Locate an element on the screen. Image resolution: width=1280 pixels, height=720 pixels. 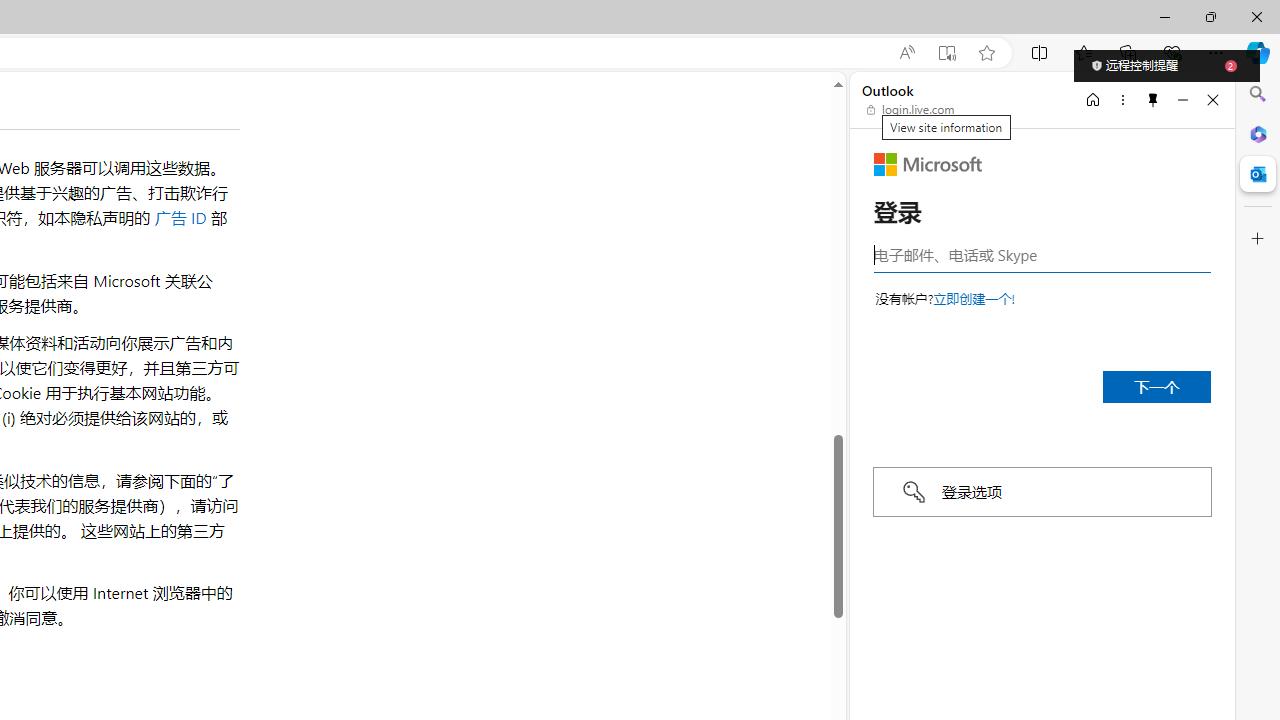
'Home' is located at coordinates (1092, 99).